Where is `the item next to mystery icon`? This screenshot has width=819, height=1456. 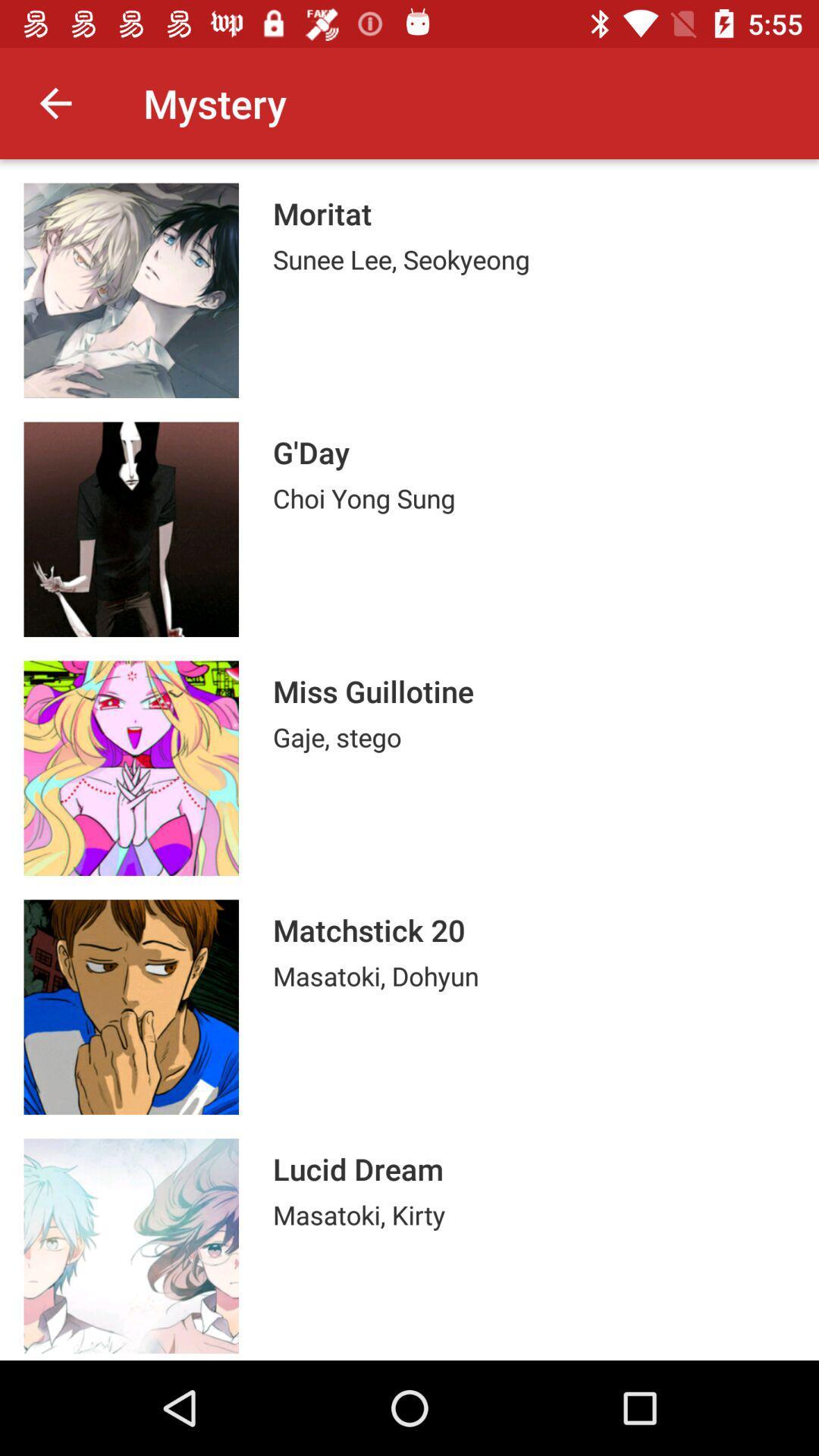 the item next to mystery icon is located at coordinates (55, 102).